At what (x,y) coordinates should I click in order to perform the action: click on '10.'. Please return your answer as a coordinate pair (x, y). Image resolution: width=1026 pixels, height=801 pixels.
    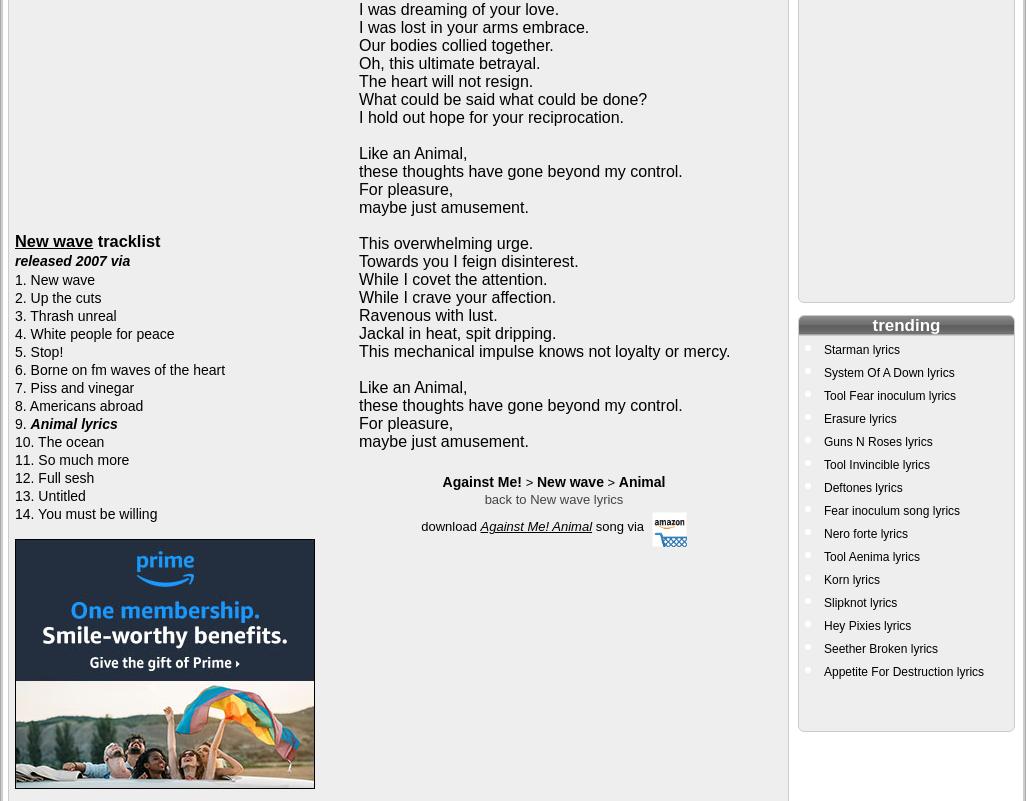
    Looking at the image, I should click on (26, 441).